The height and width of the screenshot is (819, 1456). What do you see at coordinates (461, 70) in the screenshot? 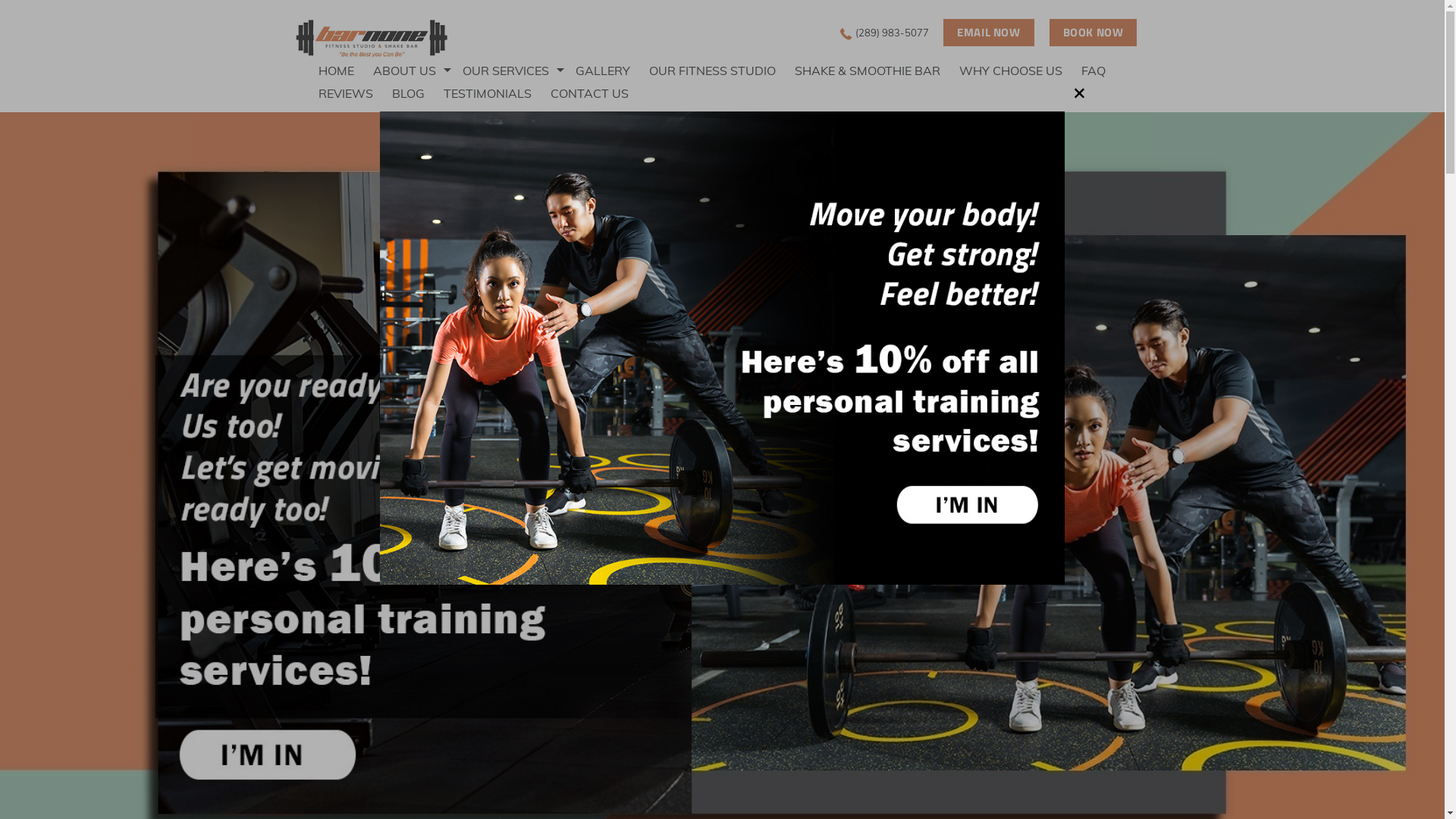
I see `'OUR SERVICES'` at bounding box center [461, 70].